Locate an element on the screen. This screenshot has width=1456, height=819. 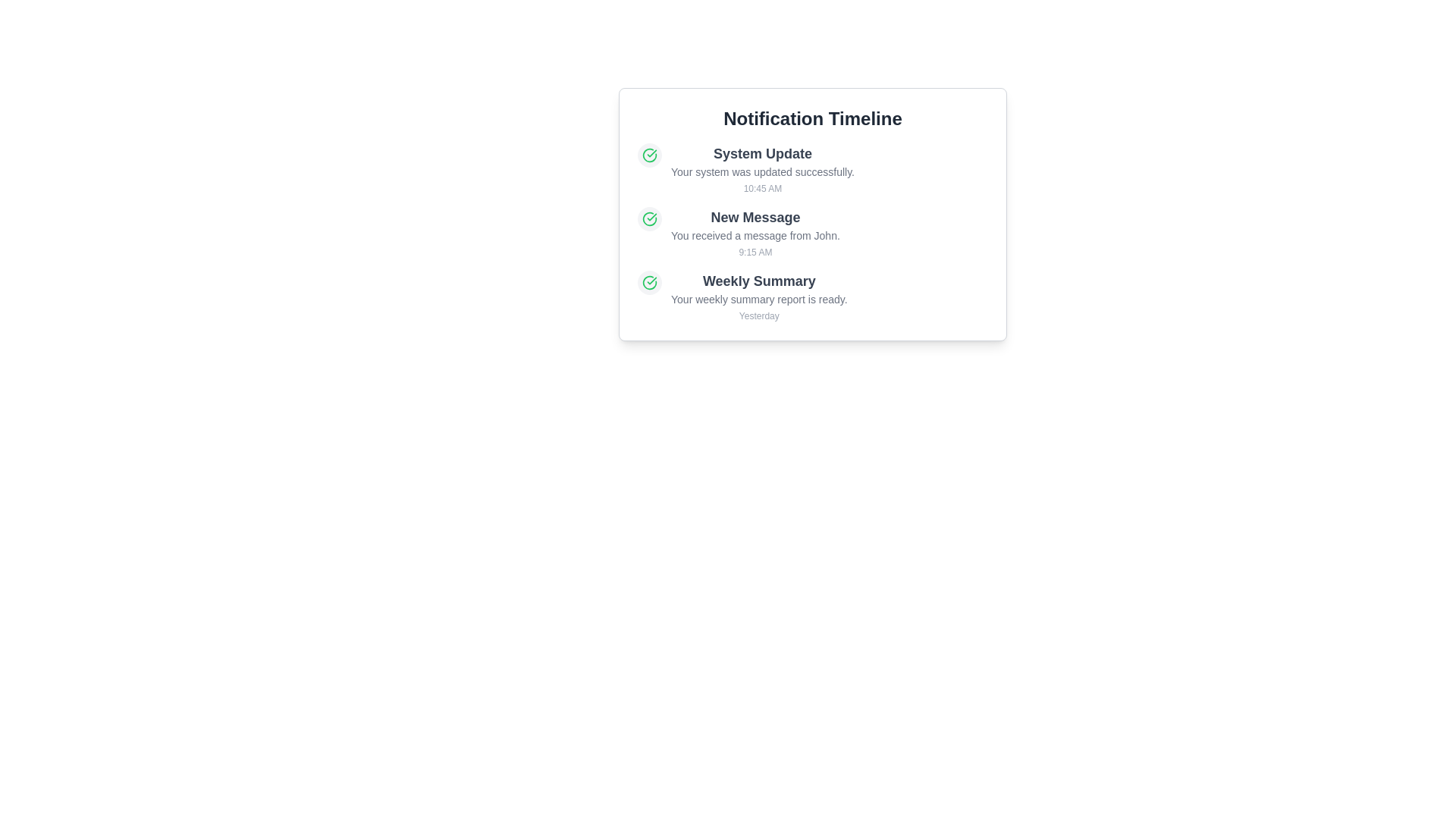
the Notification Entry that informs the user about a new message, positioned as the second item in the list of notifications is located at coordinates (811, 233).